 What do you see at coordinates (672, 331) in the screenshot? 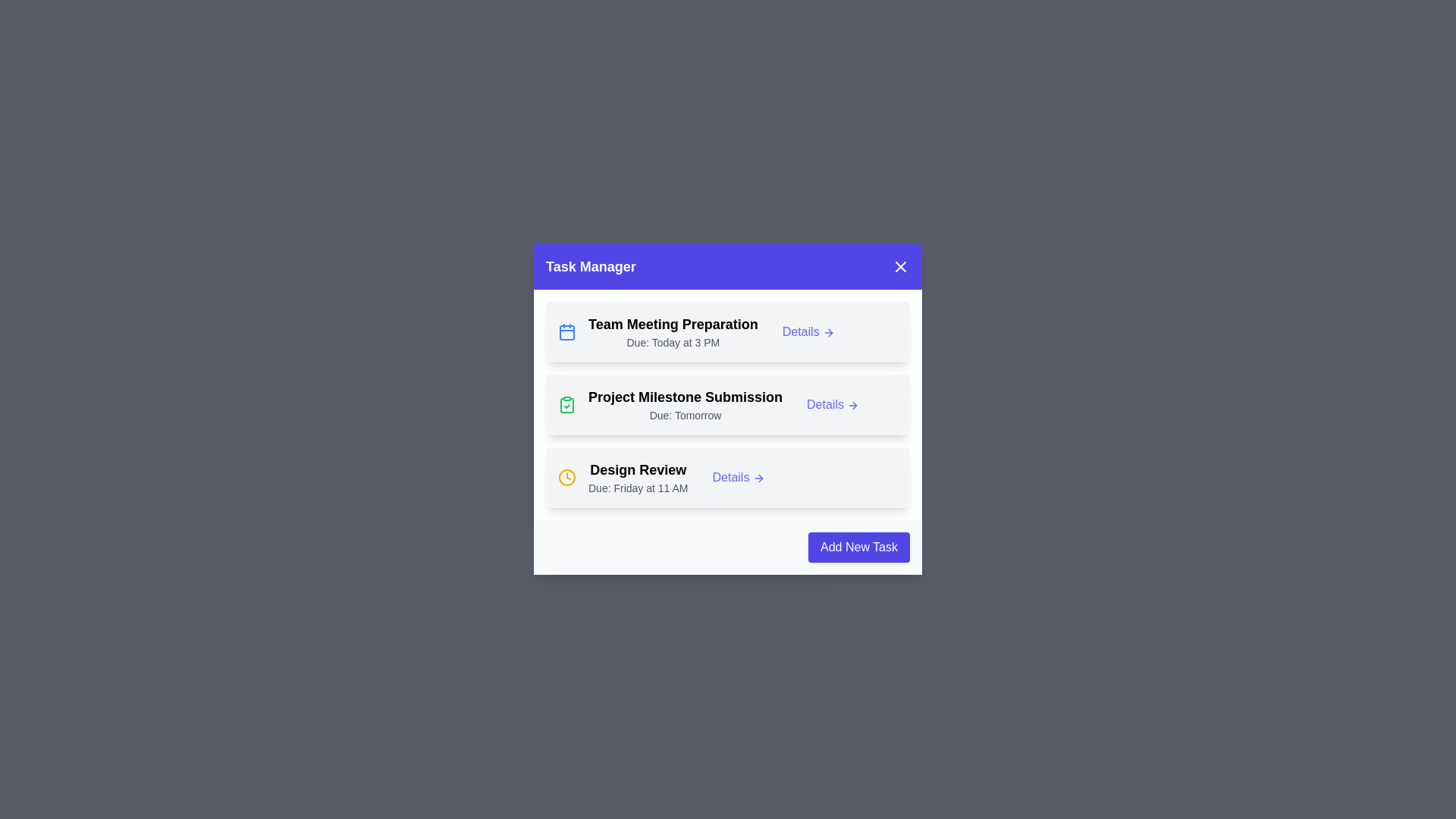
I see `task title and due date displayed in the first task entry of the 'Task Manager' interface, which is located near the top of the list and has a calendar icon on the left and a 'Details' link on the right` at bounding box center [672, 331].